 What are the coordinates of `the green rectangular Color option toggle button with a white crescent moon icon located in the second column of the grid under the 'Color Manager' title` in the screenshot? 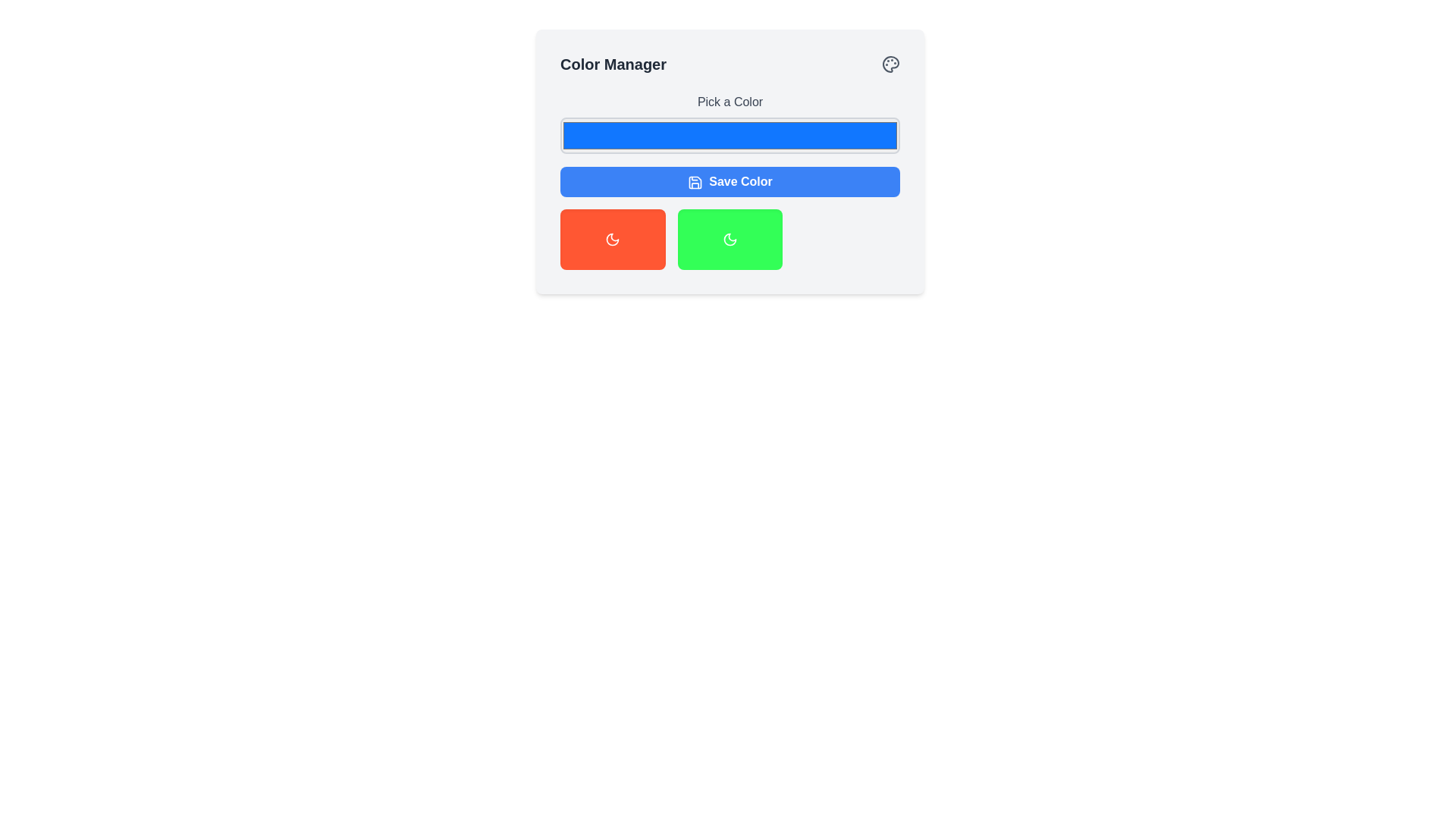 It's located at (730, 239).